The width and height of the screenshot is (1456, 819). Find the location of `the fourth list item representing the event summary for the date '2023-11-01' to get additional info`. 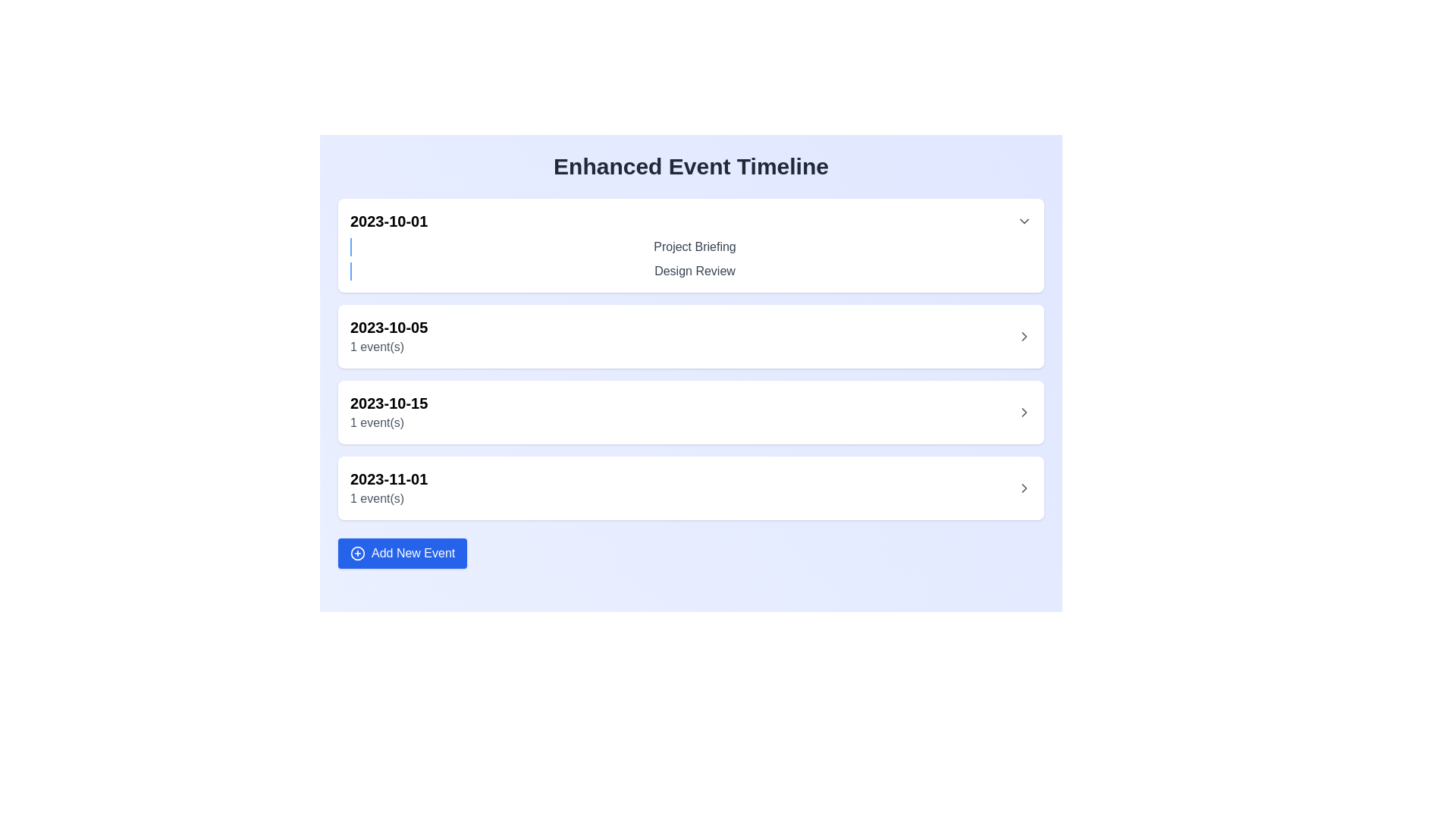

the fourth list item representing the event summary for the date '2023-11-01' to get additional info is located at coordinates (690, 488).